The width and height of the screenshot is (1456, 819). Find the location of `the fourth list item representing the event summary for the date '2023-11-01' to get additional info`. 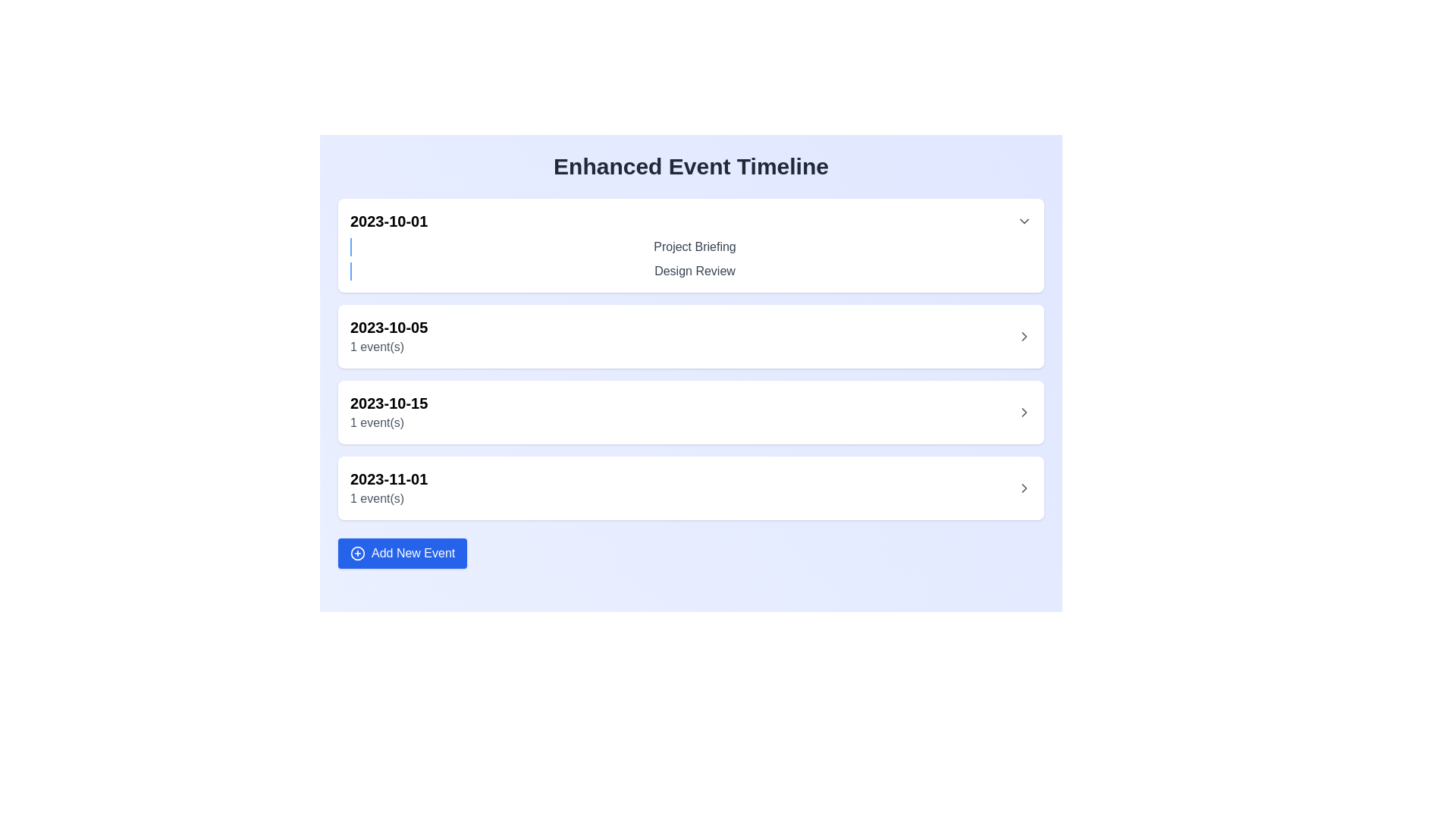

the fourth list item representing the event summary for the date '2023-11-01' to get additional info is located at coordinates (690, 488).